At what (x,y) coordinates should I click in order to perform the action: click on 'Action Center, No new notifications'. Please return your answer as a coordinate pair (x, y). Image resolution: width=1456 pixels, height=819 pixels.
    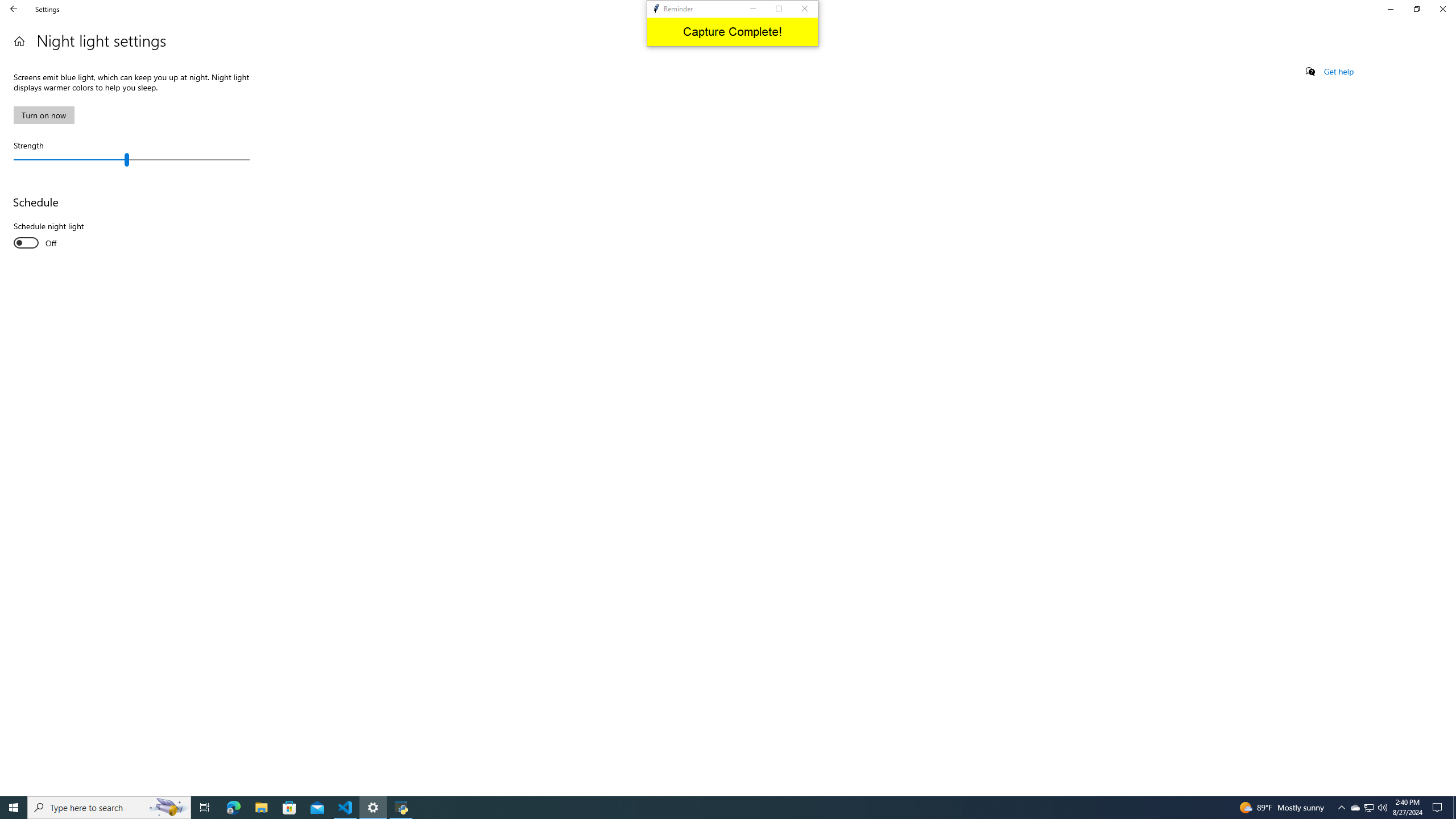
    Looking at the image, I should click on (1439, 806).